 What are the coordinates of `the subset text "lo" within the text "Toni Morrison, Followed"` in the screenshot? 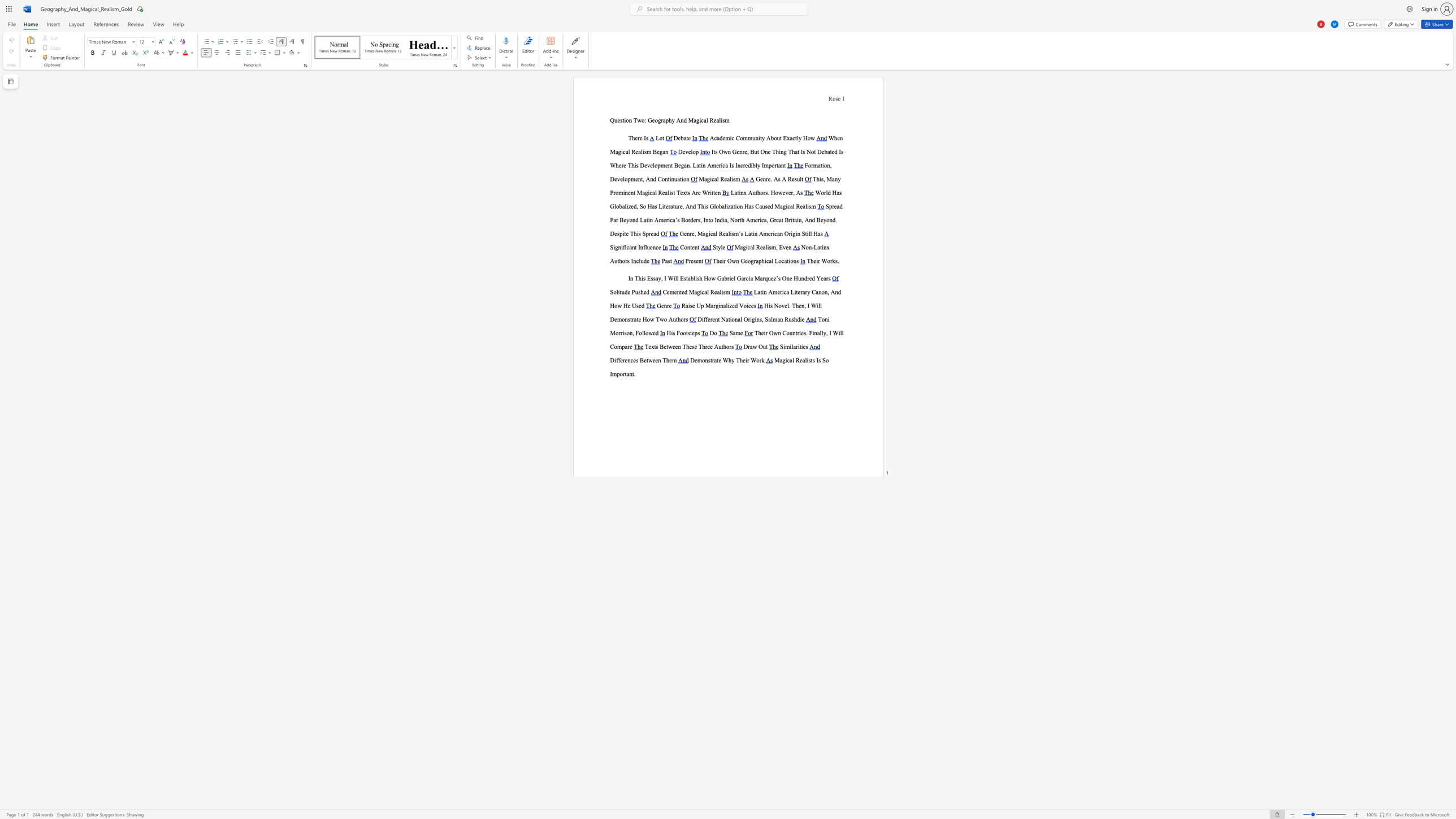 It's located at (643, 332).